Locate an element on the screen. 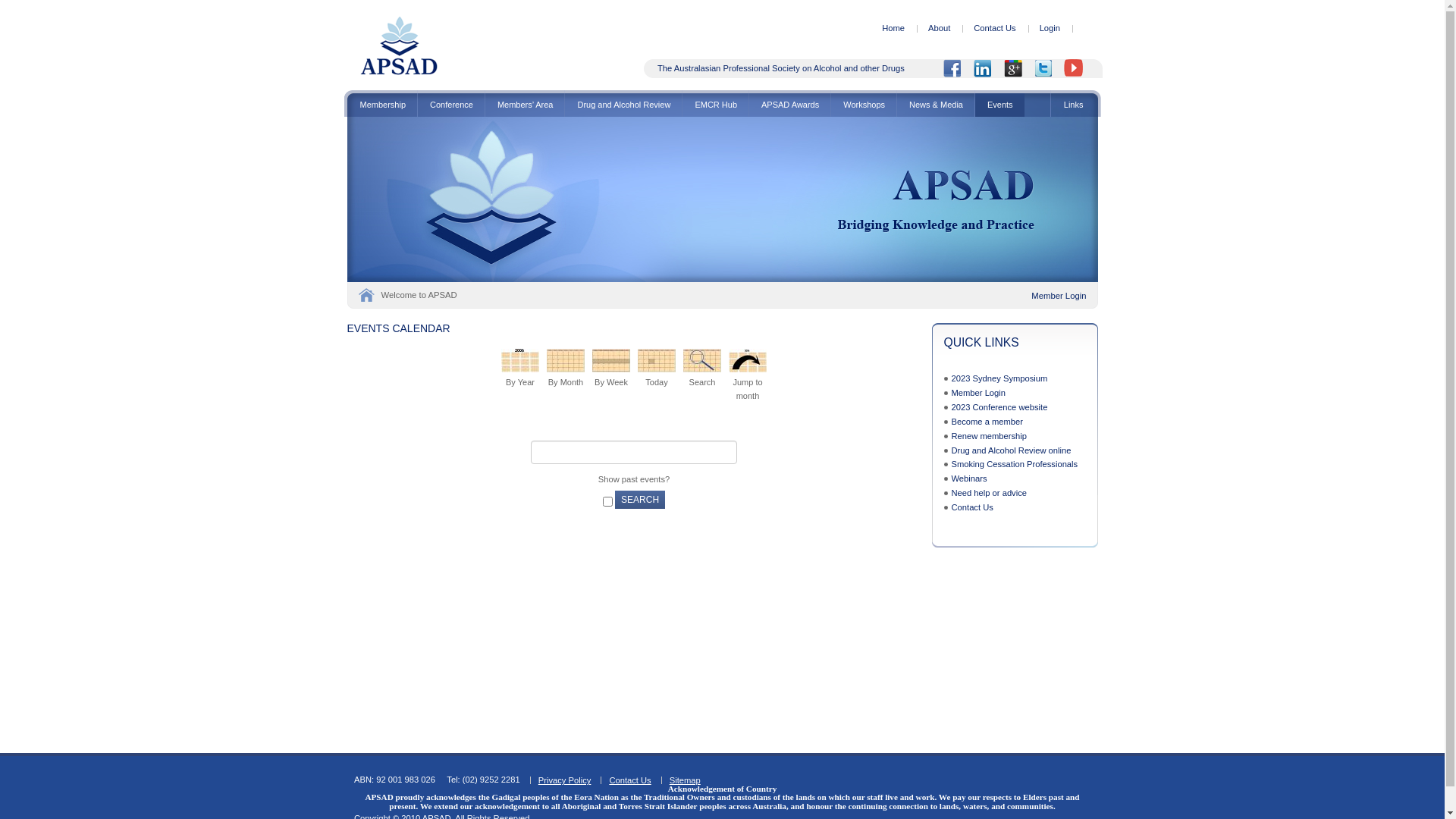 This screenshot has height=819, width=1456. 'EMCR Hub' is located at coordinates (714, 104).